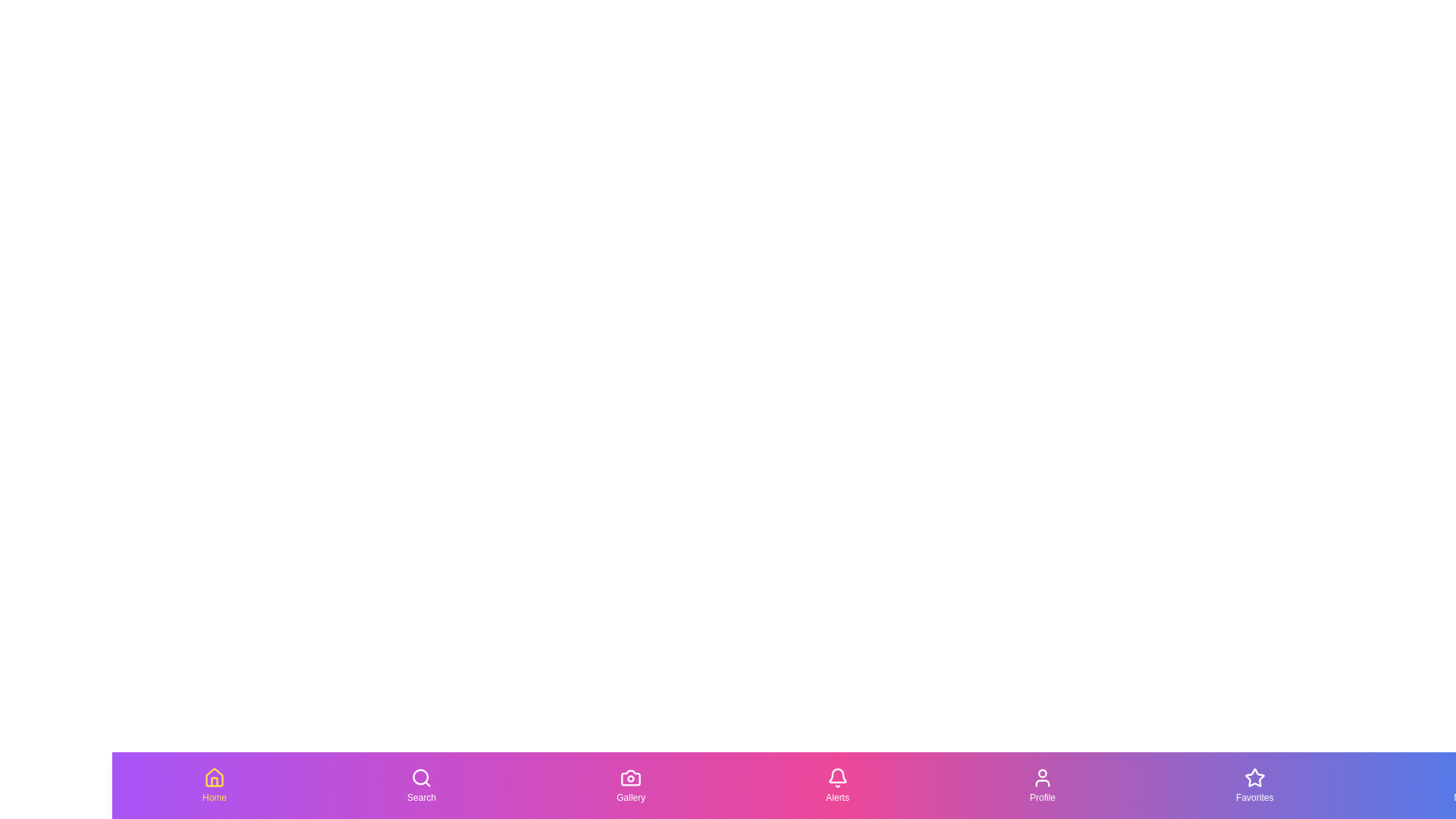  Describe the element at coordinates (631, 785) in the screenshot. I see `the button labeled Gallery to observe the hover effect` at that location.